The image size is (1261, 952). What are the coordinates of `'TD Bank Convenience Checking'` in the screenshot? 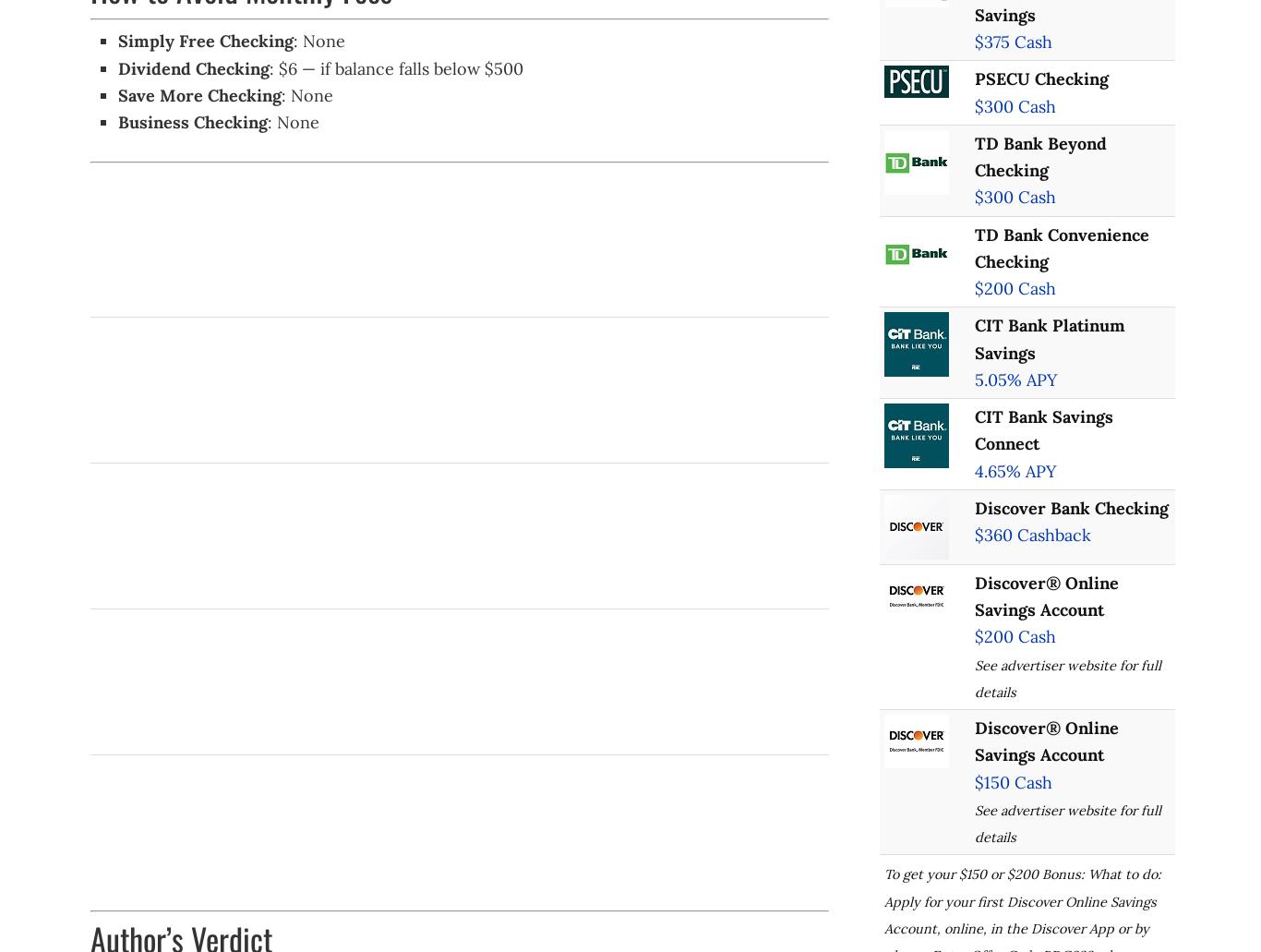 It's located at (1061, 247).